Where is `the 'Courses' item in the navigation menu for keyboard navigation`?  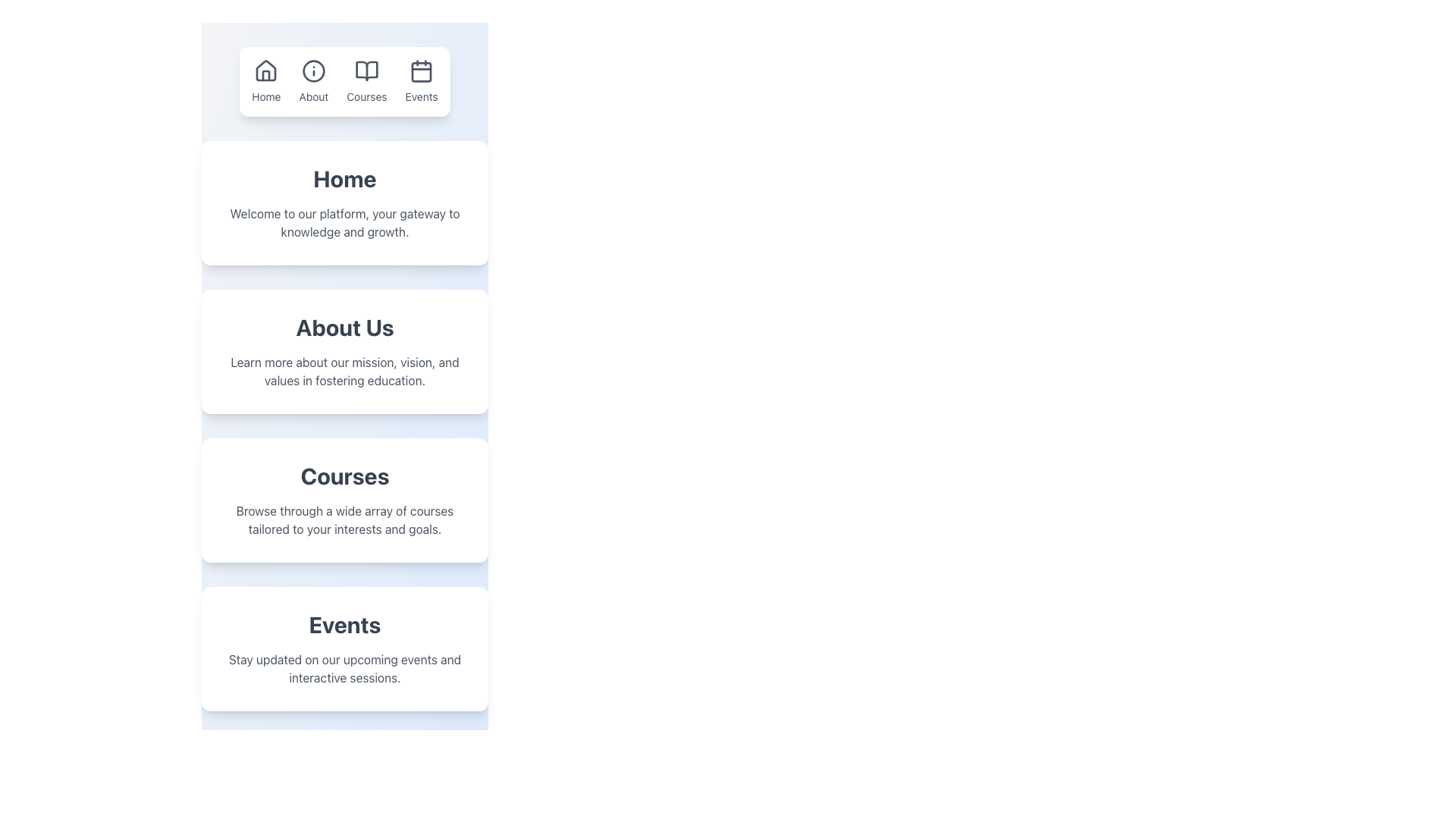
the 'Courses' item in the navigation menu for keyboard navigation is located at coordinates (344, 82).